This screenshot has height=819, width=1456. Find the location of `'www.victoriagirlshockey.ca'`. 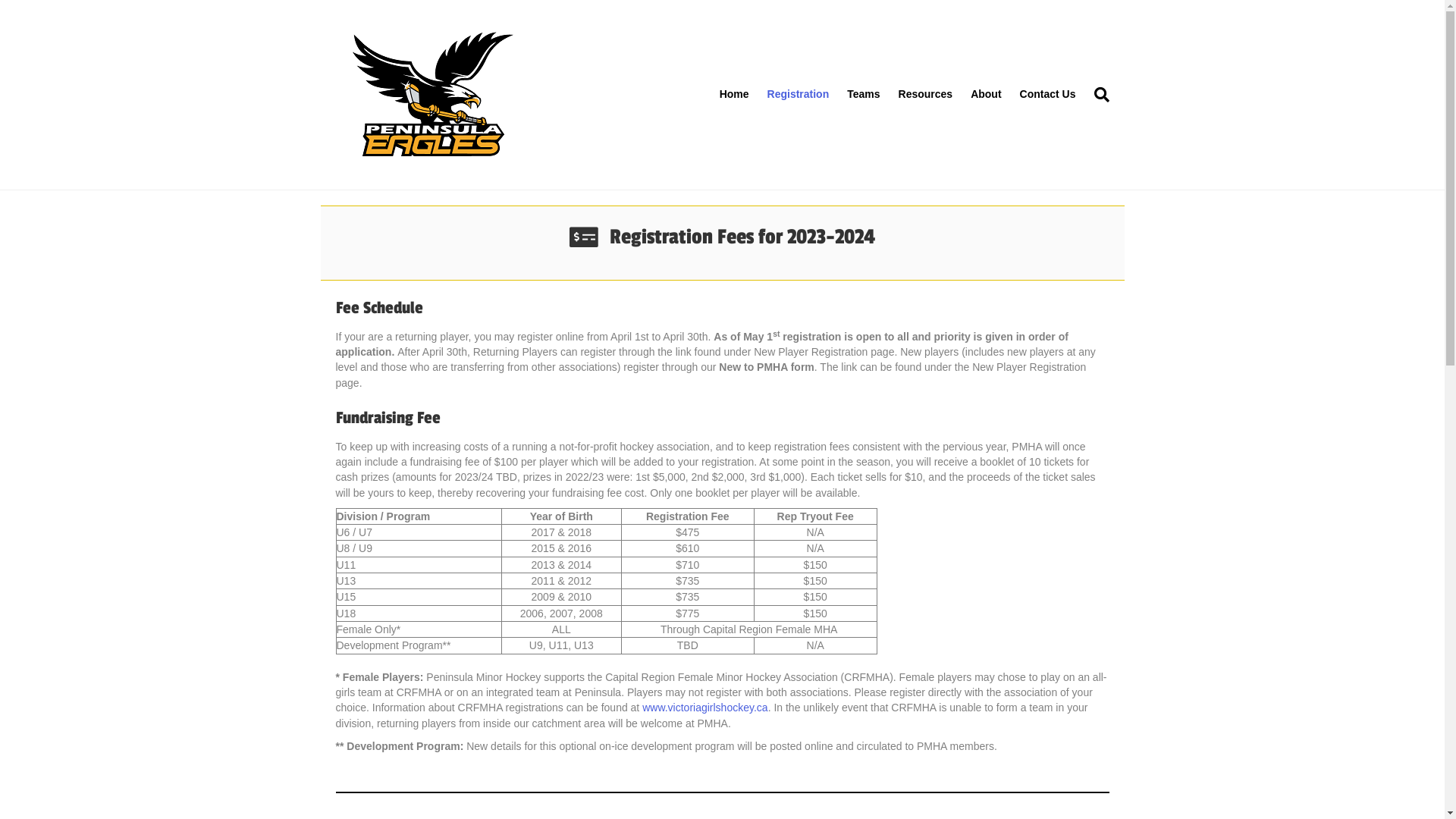

'www.victoriagirlshockey.ca' is located at coordinates (704, 708).